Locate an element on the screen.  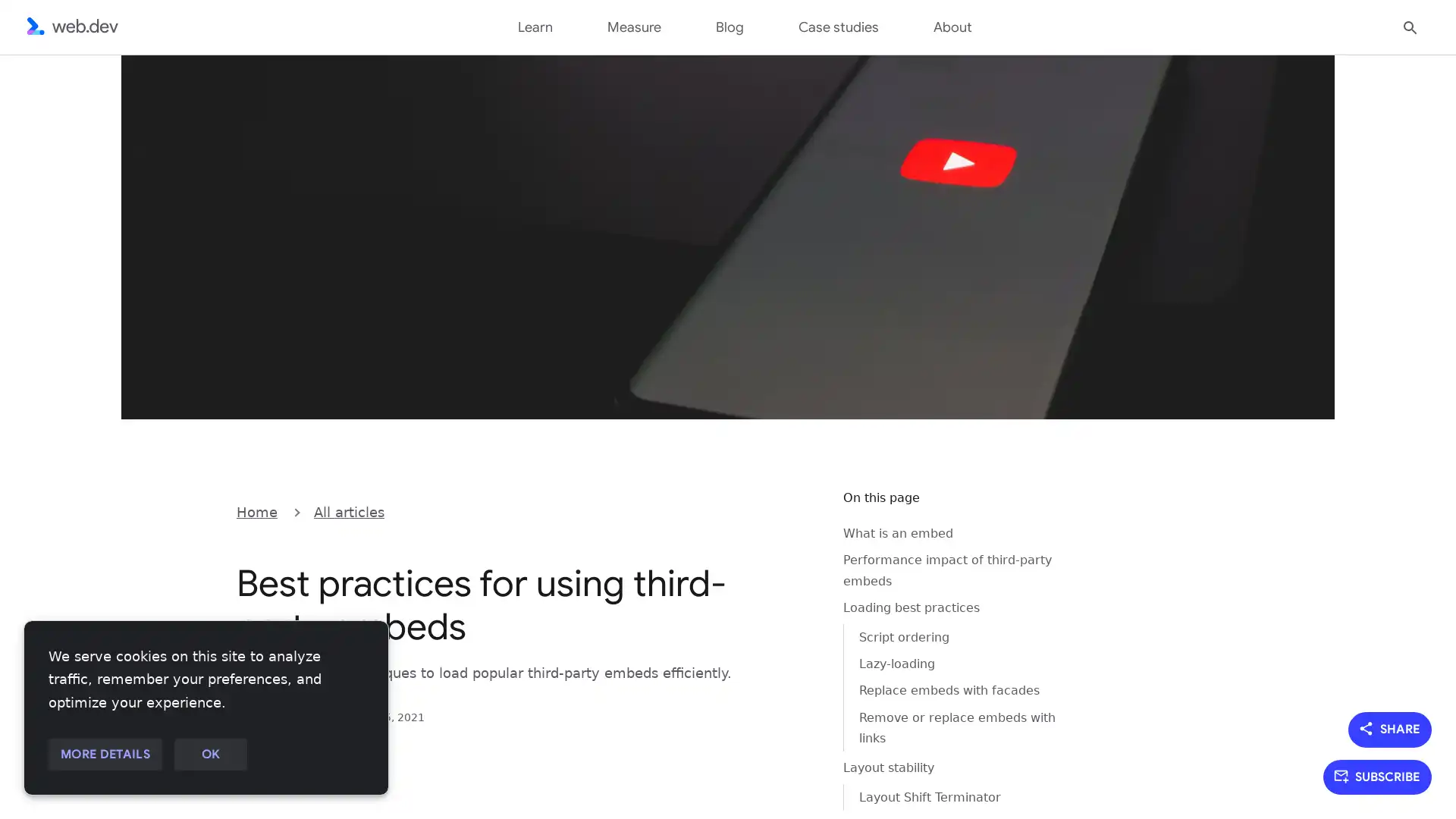
Open search is located at coordinates (1410, 26).